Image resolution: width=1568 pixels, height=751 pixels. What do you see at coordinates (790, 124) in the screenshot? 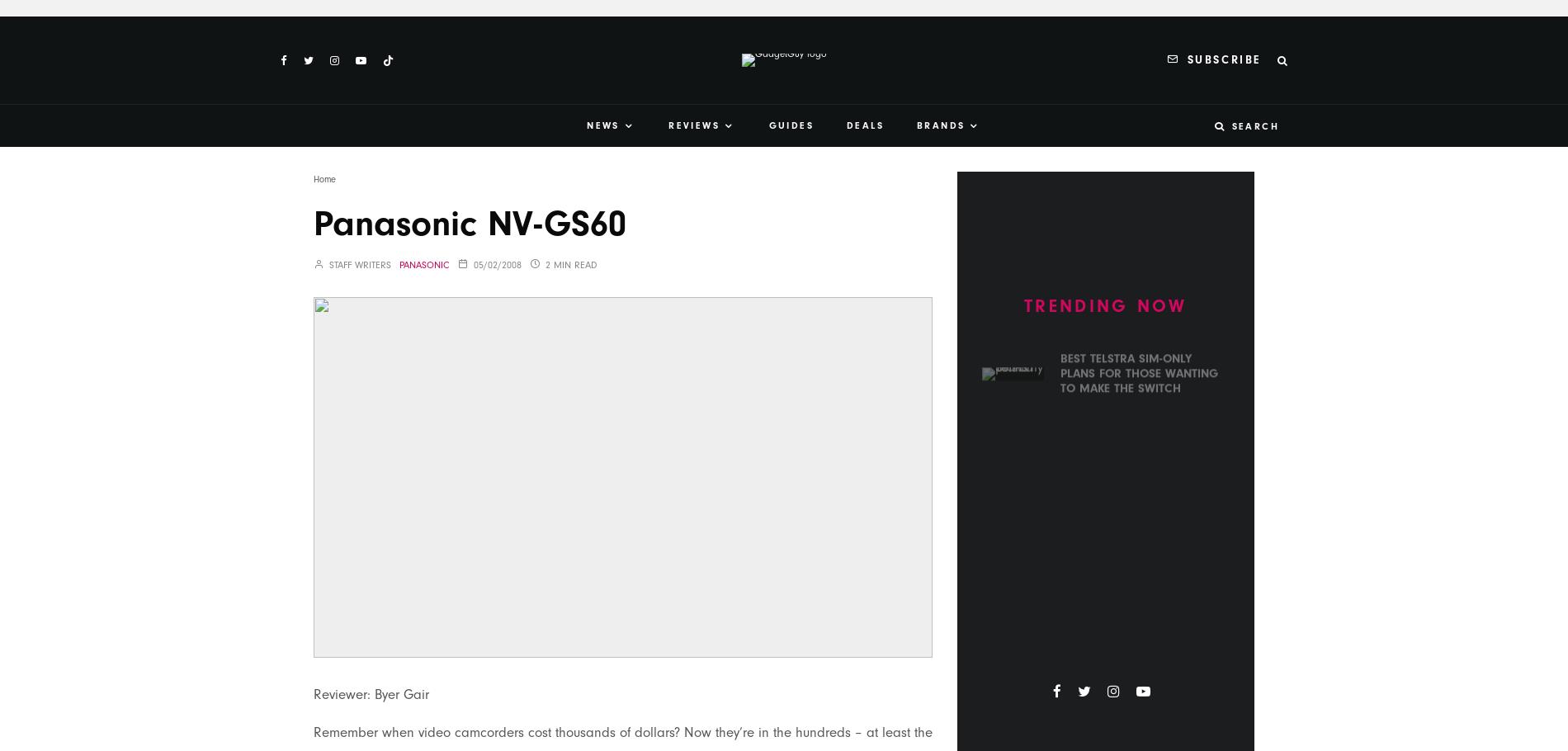
I see `'Guides'` at bounding box center [790, 124].